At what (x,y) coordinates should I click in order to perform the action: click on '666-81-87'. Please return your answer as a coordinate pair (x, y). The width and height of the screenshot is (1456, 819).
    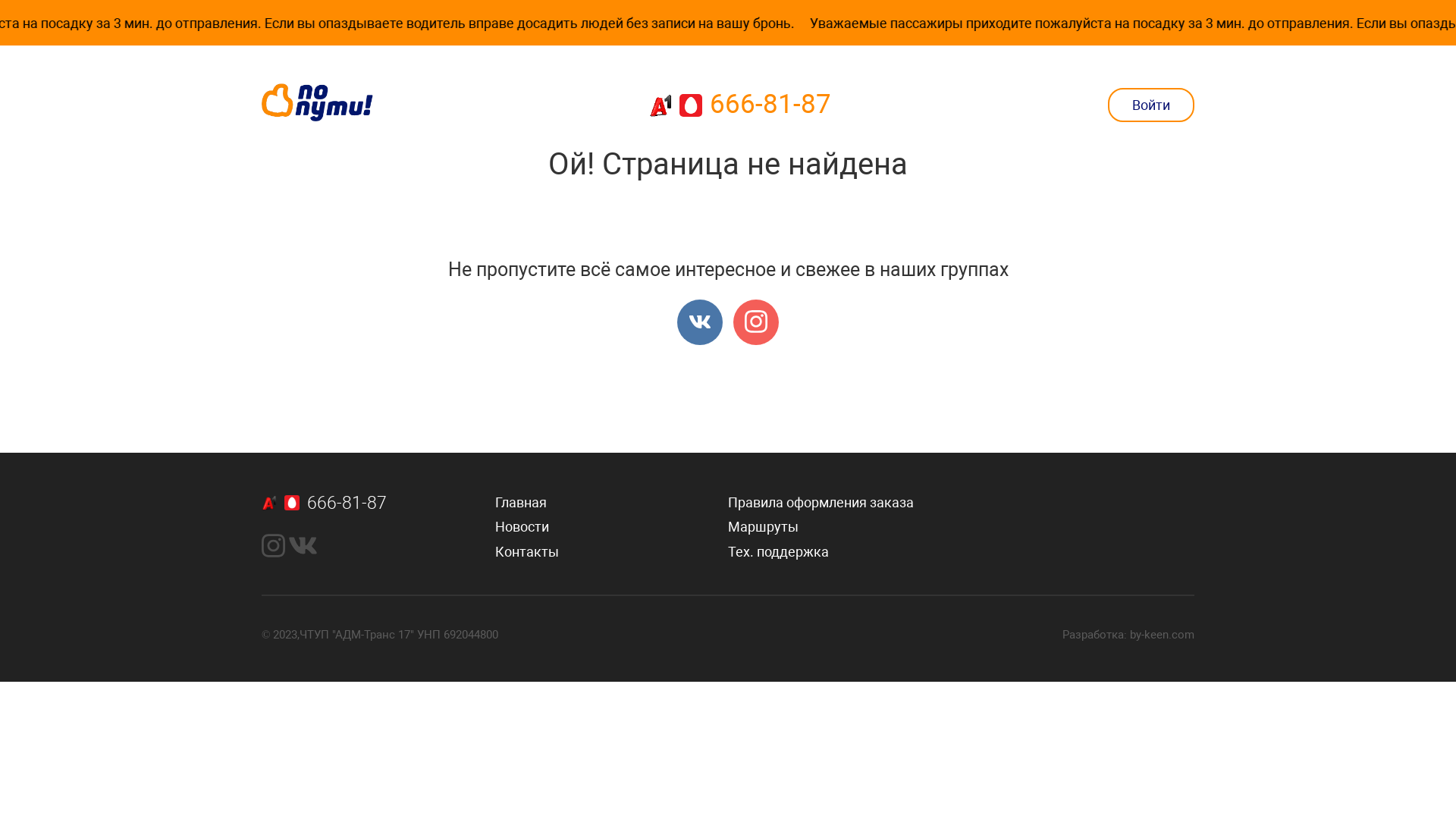
    Looking at the image, I should click on (739, 104).